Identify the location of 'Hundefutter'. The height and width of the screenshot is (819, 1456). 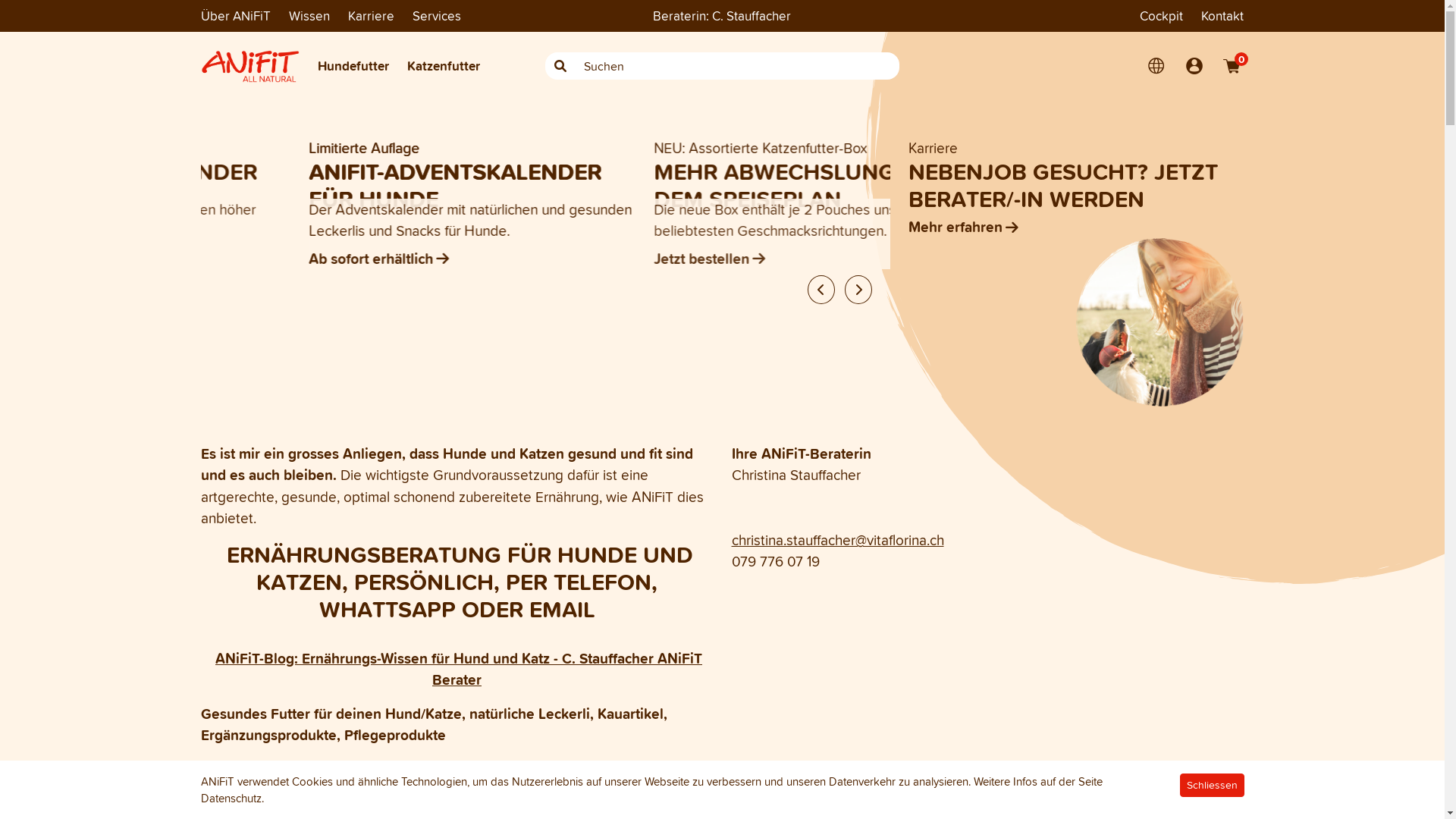
(352, 65).